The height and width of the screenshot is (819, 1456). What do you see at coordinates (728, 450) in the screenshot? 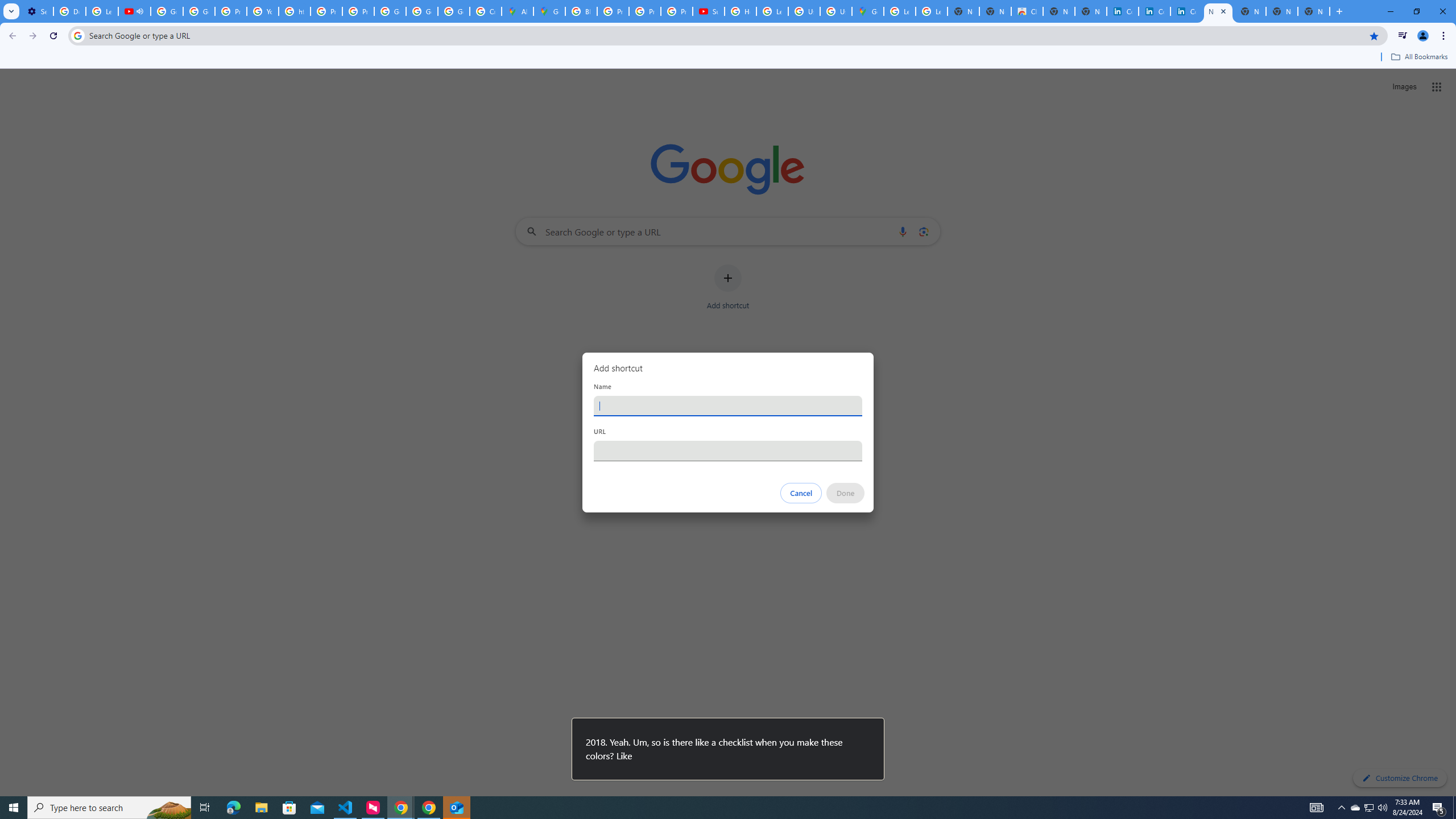
I see `'URL'` at bounding box center [728, 450].